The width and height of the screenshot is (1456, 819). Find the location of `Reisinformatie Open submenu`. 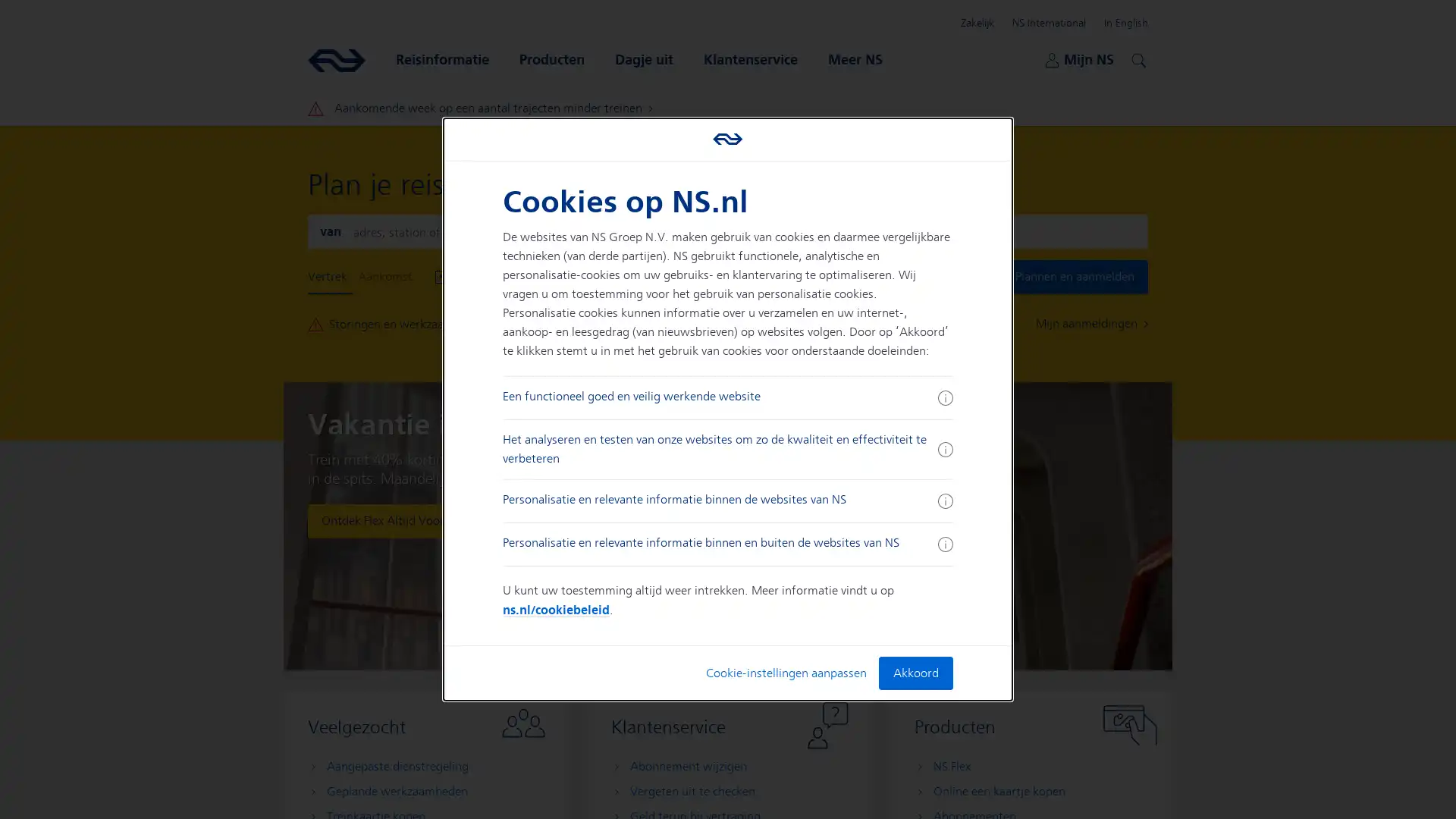

Reisinformatie Open submenu is located at coordinates (441, 58).